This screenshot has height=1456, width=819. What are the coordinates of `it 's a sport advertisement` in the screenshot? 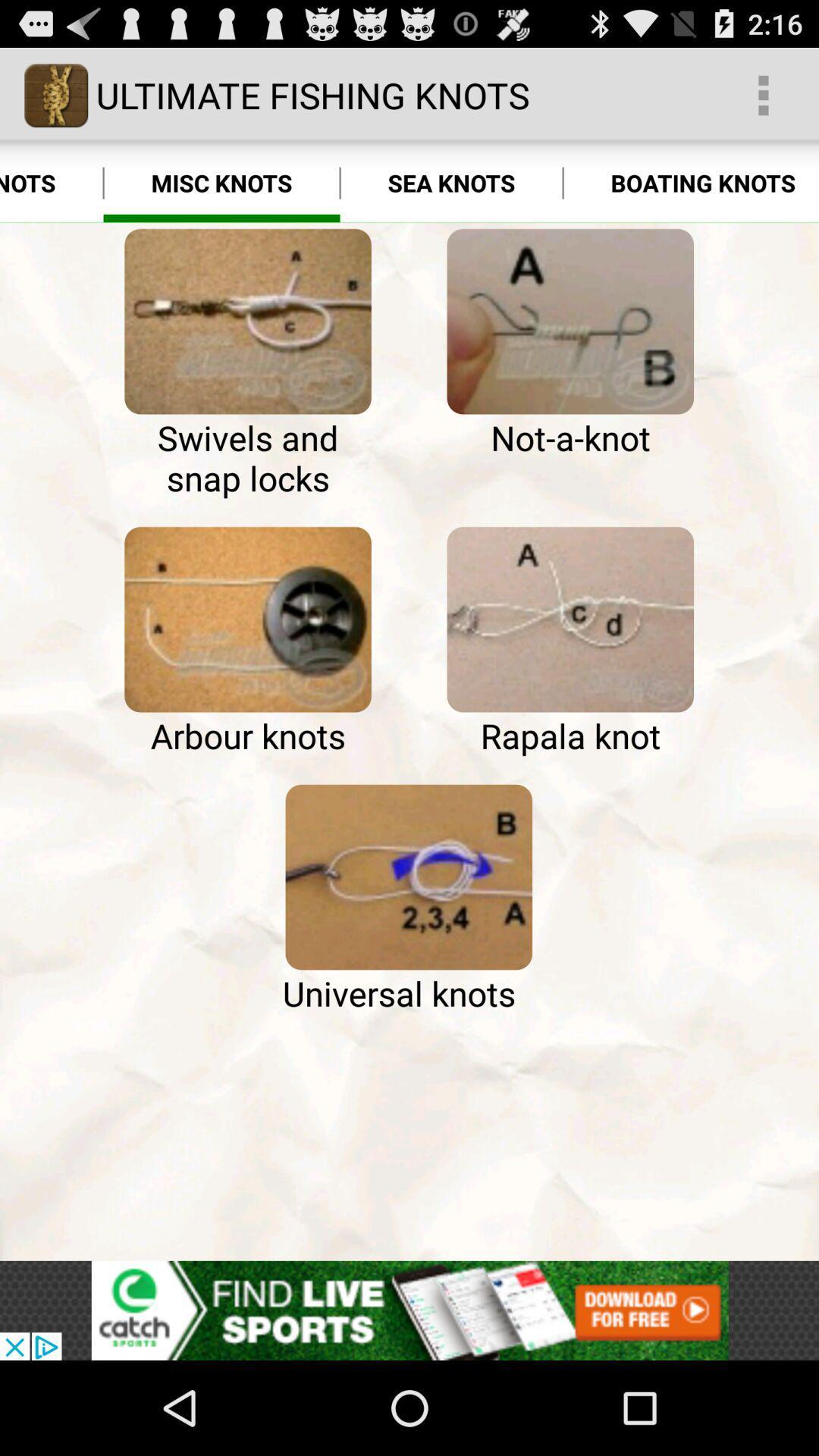 It's located at (409, 1310).